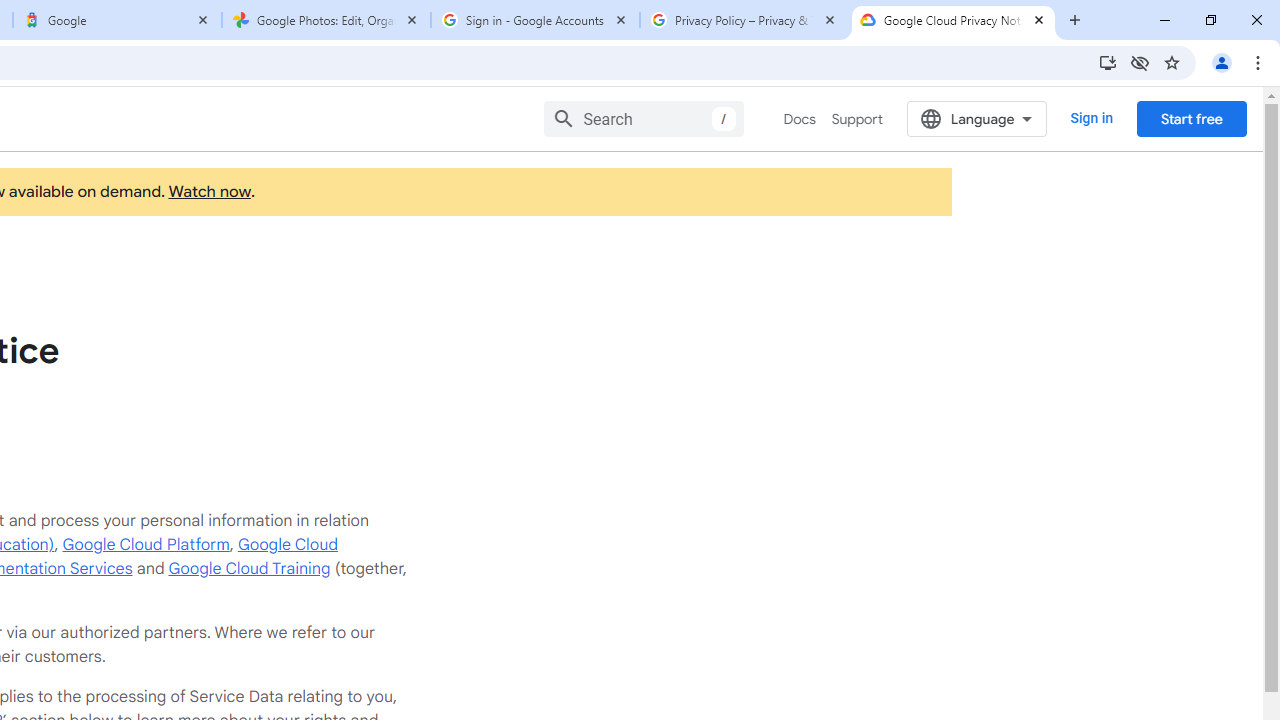 The height and width of the screenshot is (720, 1280). What do you see at coordinates (856, 119) in the screenshot?
I see `'Support'` at bounding box center [856, 119].